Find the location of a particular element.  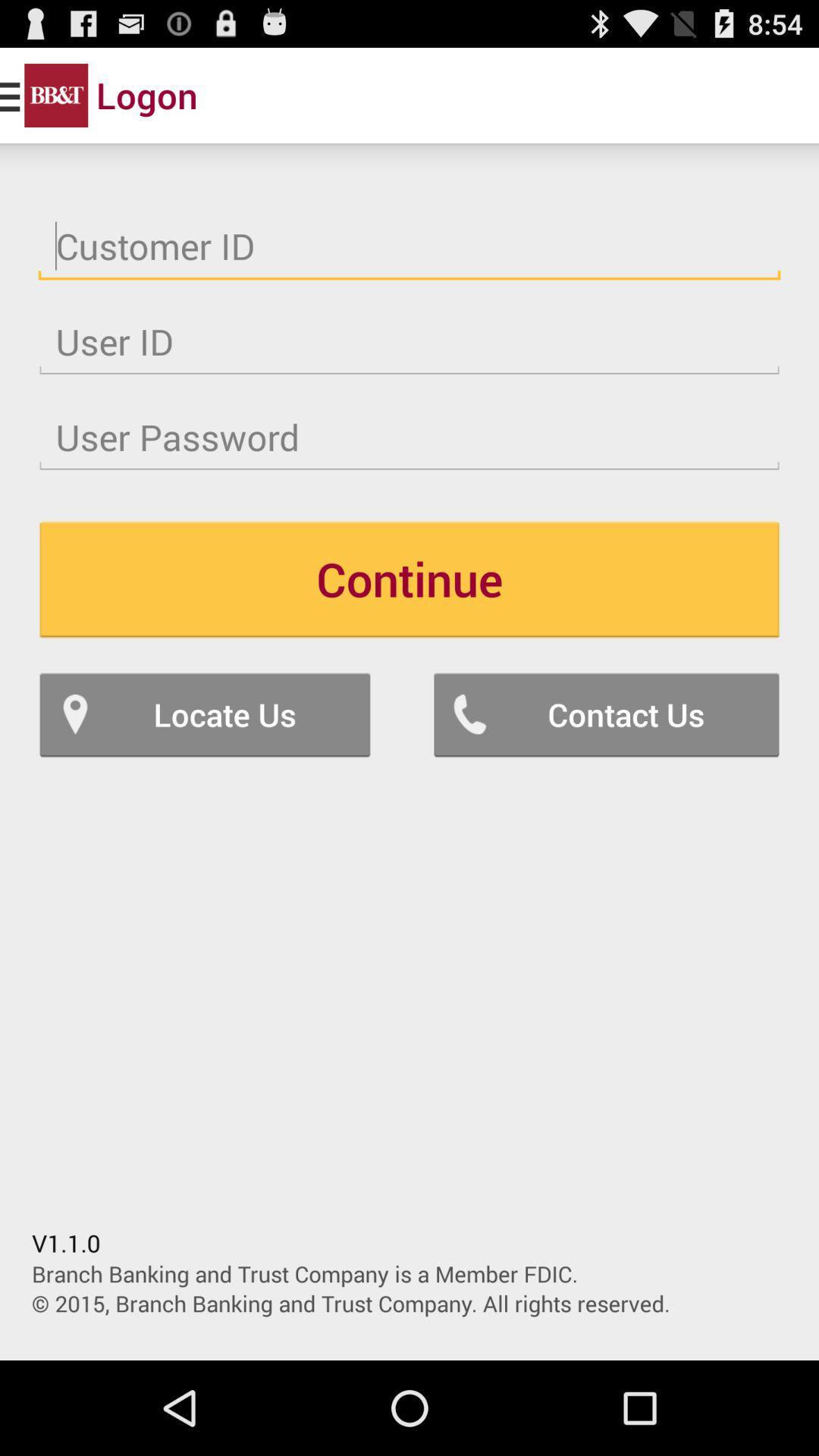

the locate us is located at coordinates (205, 714).